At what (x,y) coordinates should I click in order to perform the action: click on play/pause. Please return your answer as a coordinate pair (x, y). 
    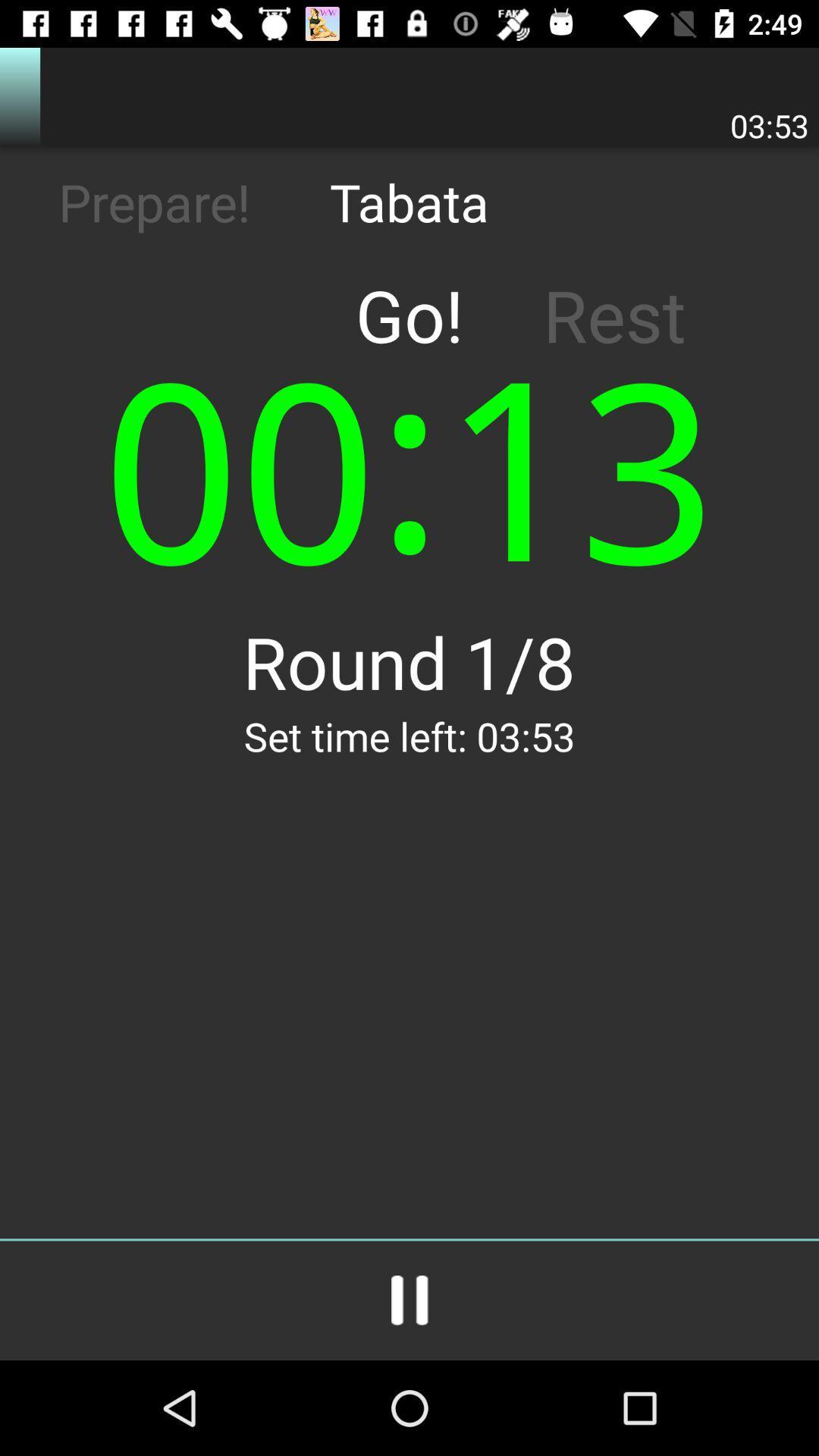
    Looking at the image, I should click on (409, 1300).